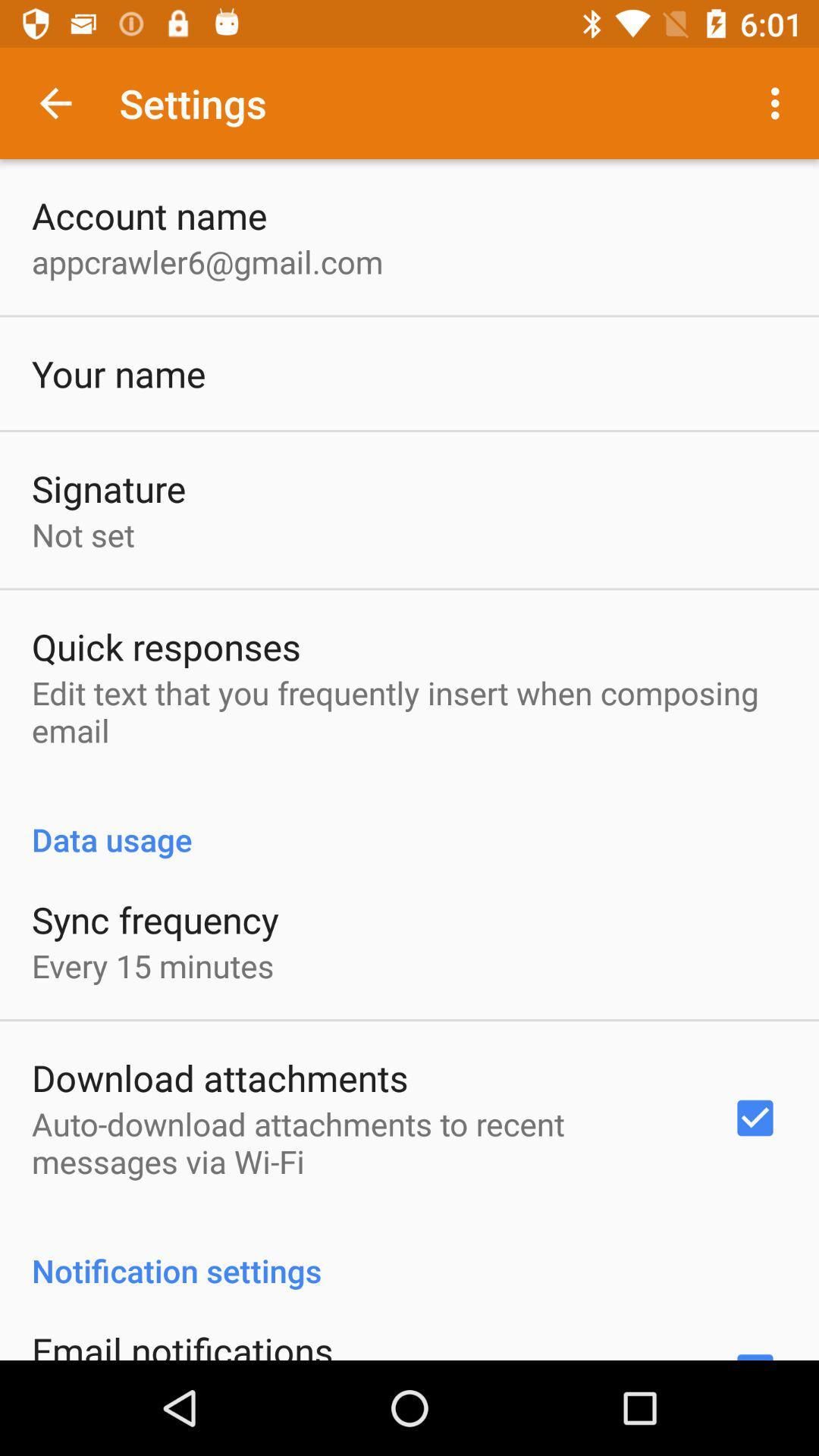  Describe the element at coordinates (55, 102) in the screenshot. I see `the icon to the left of the settings app` at that location.